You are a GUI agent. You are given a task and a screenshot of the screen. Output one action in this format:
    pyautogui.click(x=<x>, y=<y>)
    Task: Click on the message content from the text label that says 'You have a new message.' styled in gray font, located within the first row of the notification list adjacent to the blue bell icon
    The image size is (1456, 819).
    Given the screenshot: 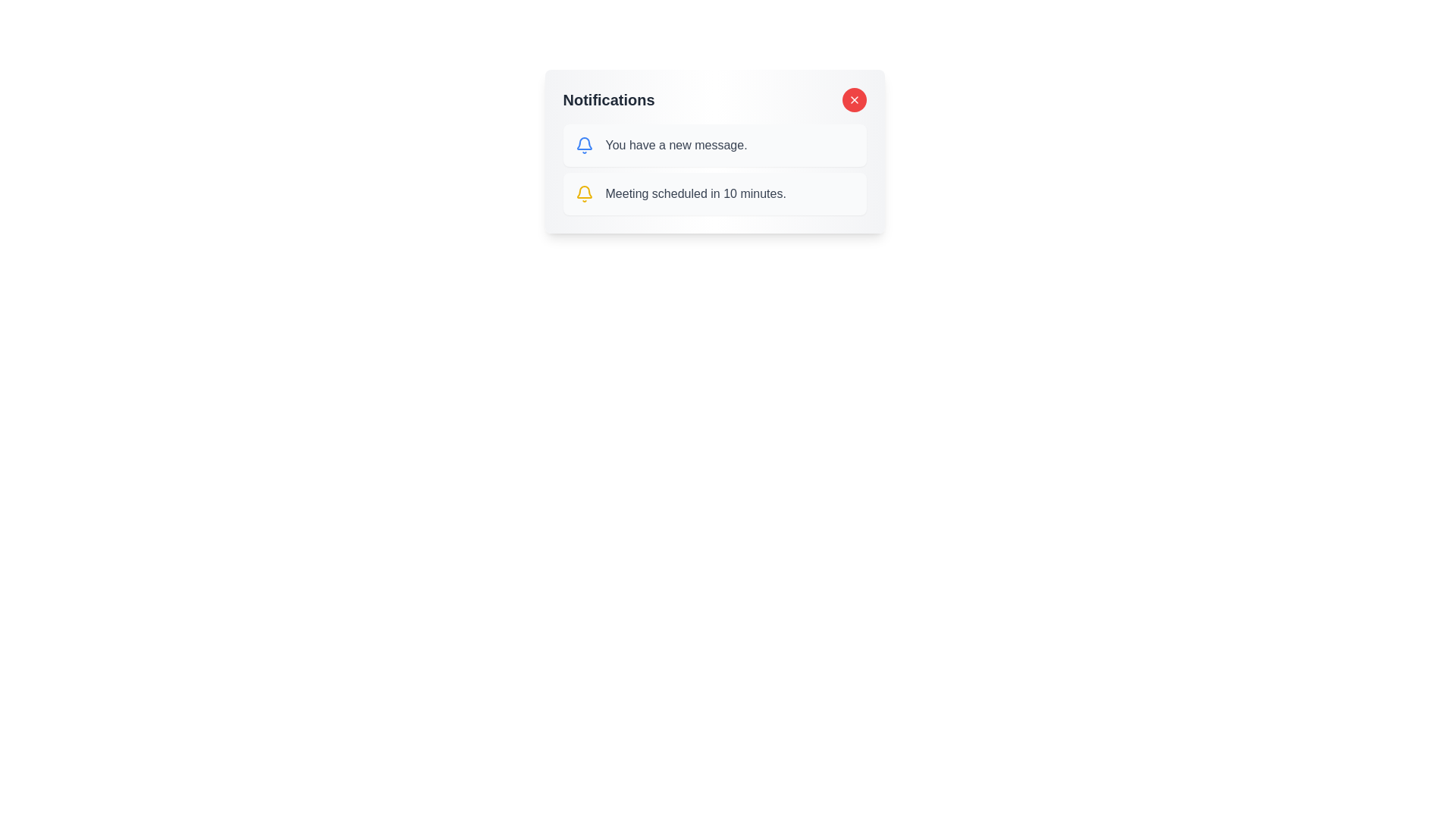 What is the action you would take?
    pyautogui.click(x=676, y=146)
    